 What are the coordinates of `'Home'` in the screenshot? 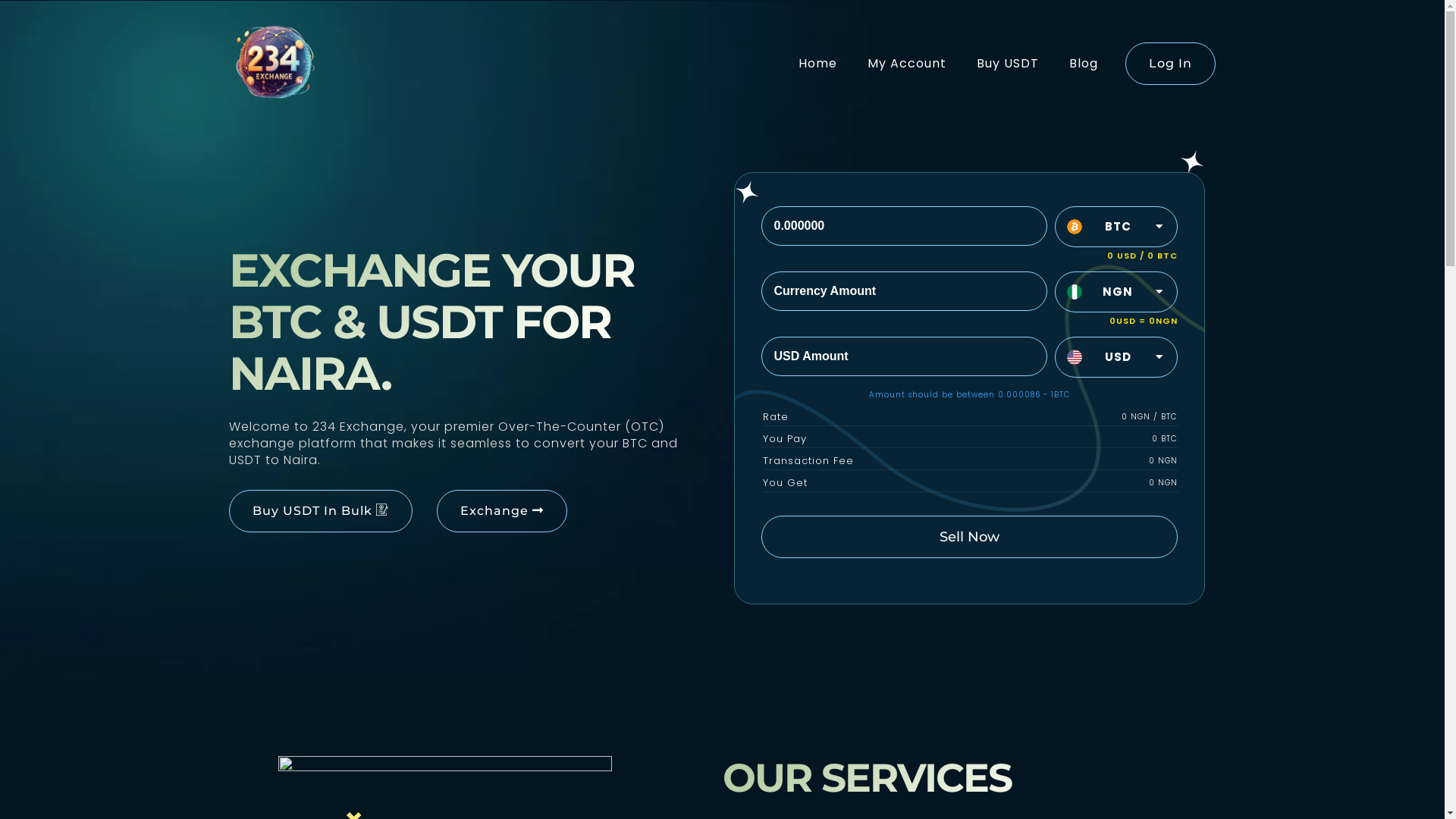 It's located at (816, 63).